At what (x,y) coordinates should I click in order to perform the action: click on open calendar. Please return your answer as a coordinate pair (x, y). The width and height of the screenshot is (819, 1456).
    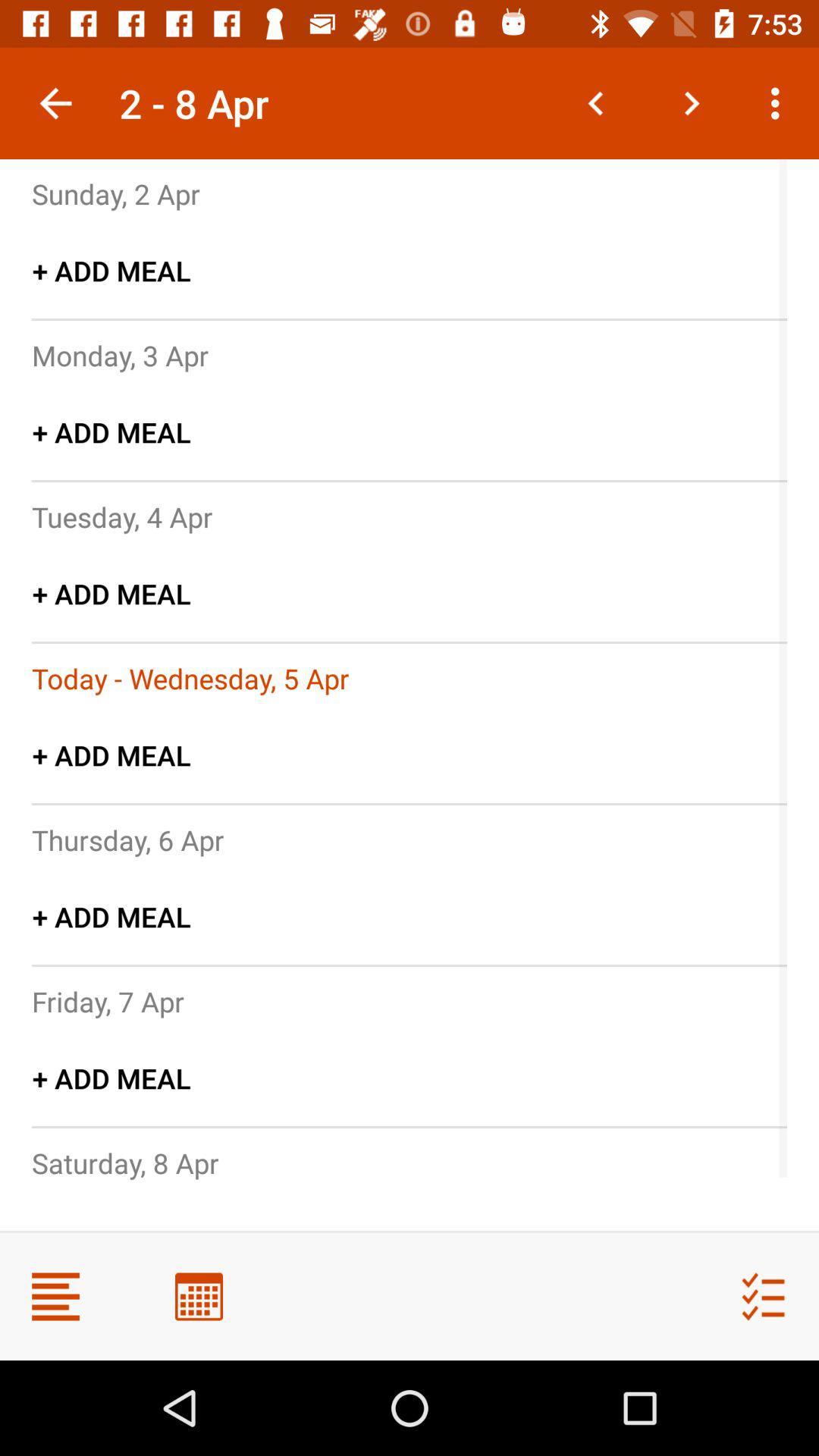
    Looking at the image, I should click on (198, 1295).